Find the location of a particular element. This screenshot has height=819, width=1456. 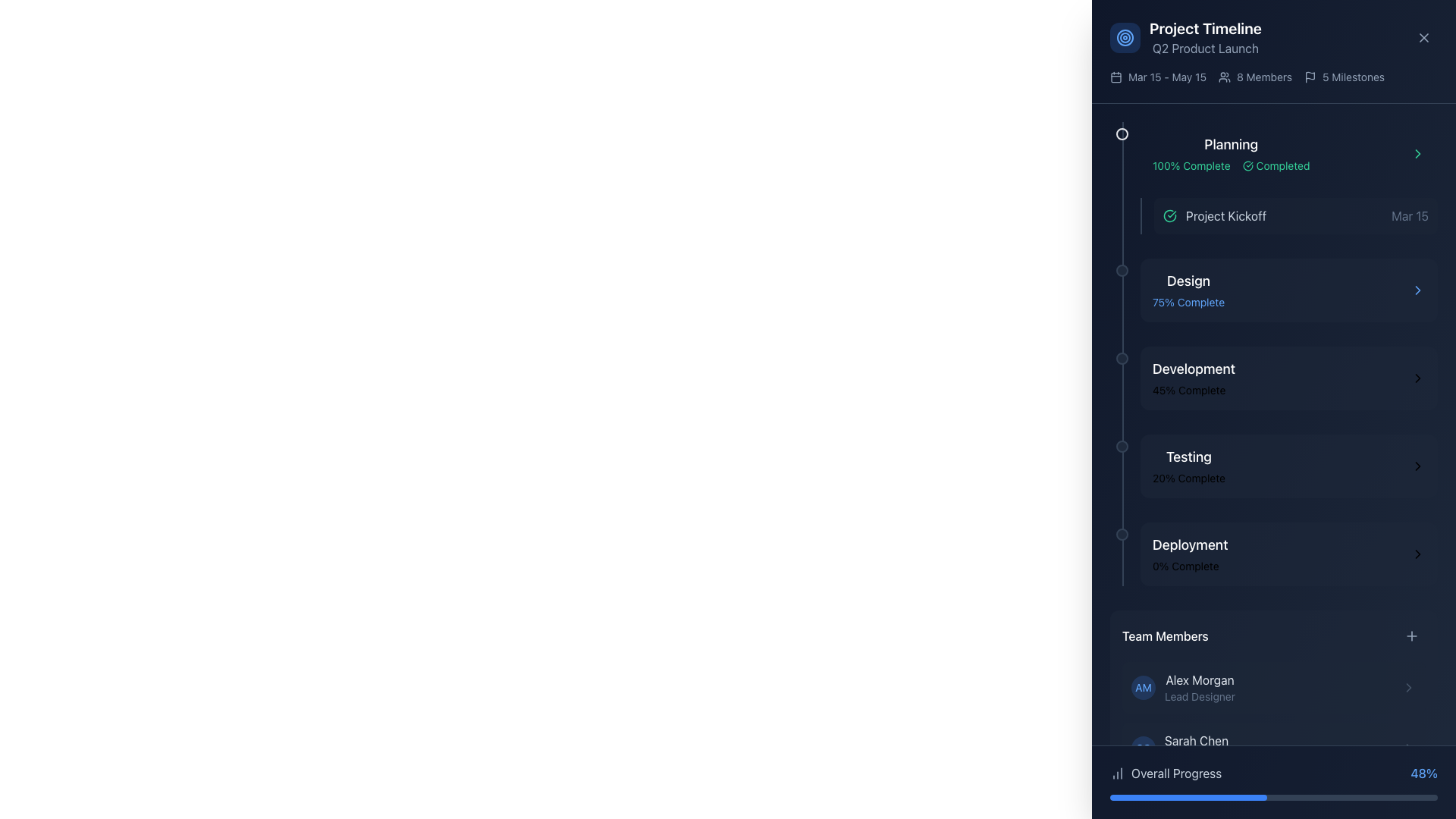

the Plain text label displaying the project timeline date range, which is located in the upper section of the interface, aligned horizontally with a calendar icon to its left is located at coordinates (1166, 77).